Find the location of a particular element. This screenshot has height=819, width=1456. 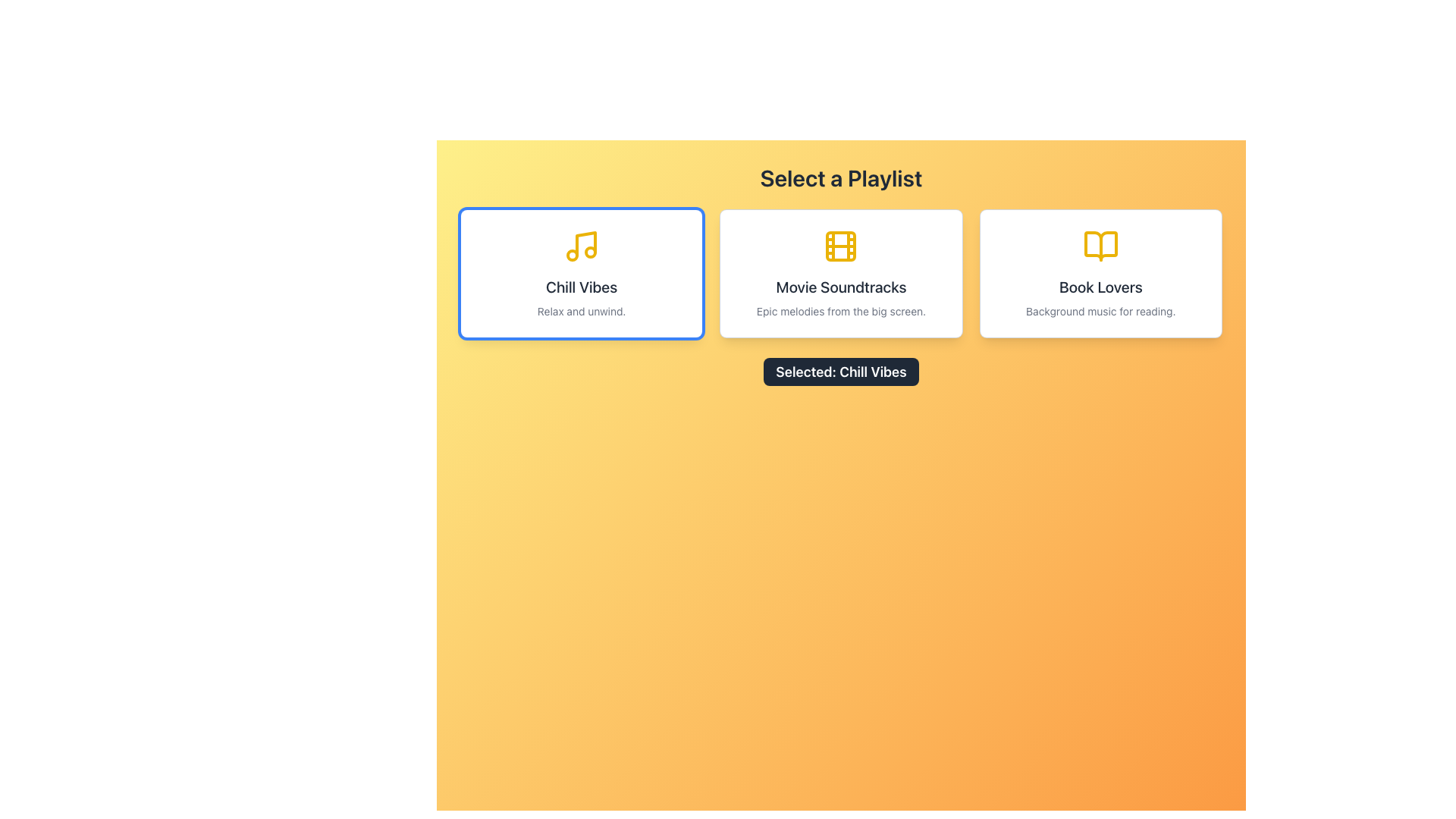

the 'Movie Soundtracks' icon located at the center of the selection card is located at coordinates (840, 245).